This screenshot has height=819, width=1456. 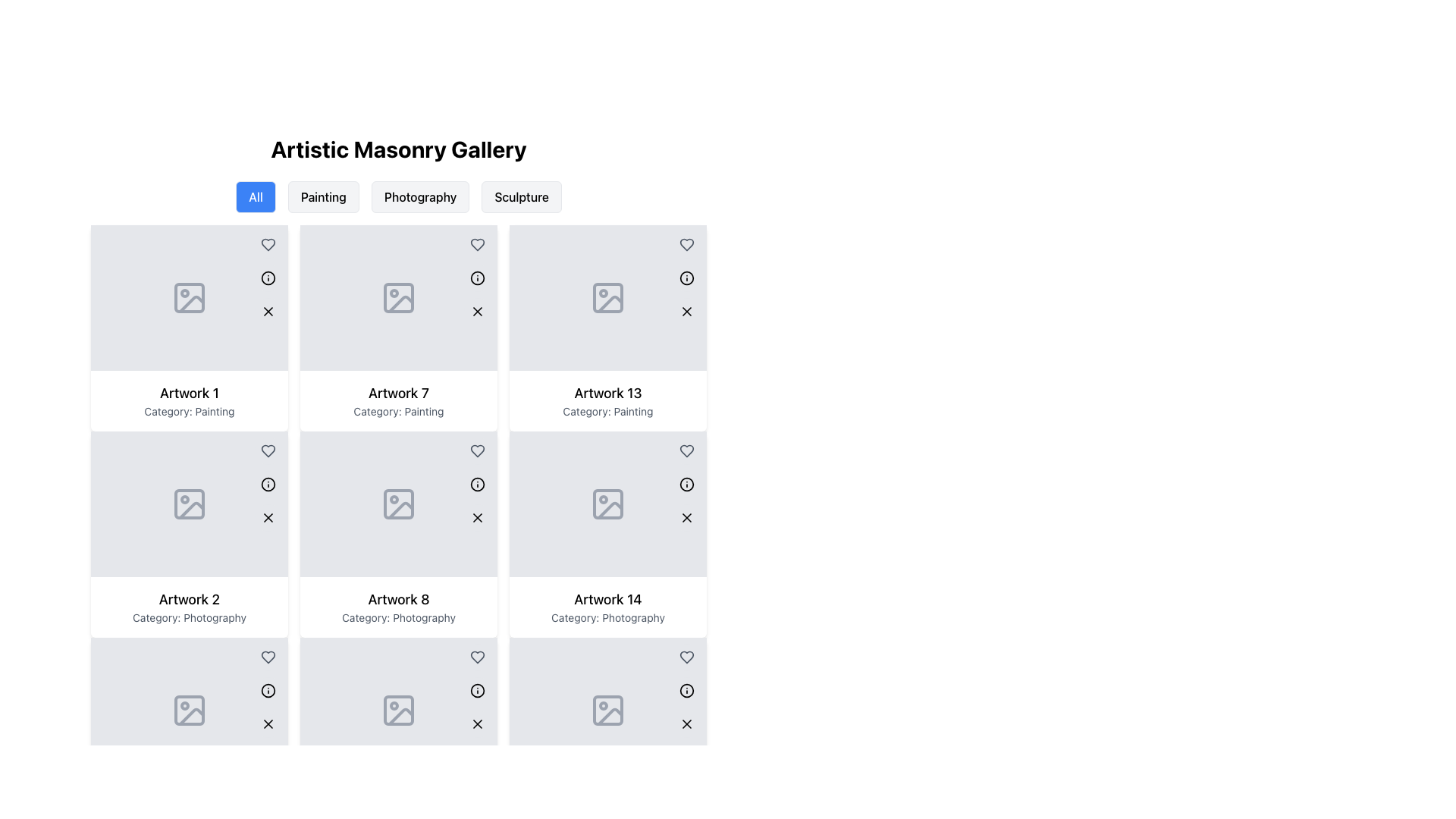 I want to click on the small cross-shaped icon within the light gray circular button located in the top-right area of the card labeled 'Artwork 13', so click(x=686, y=311).